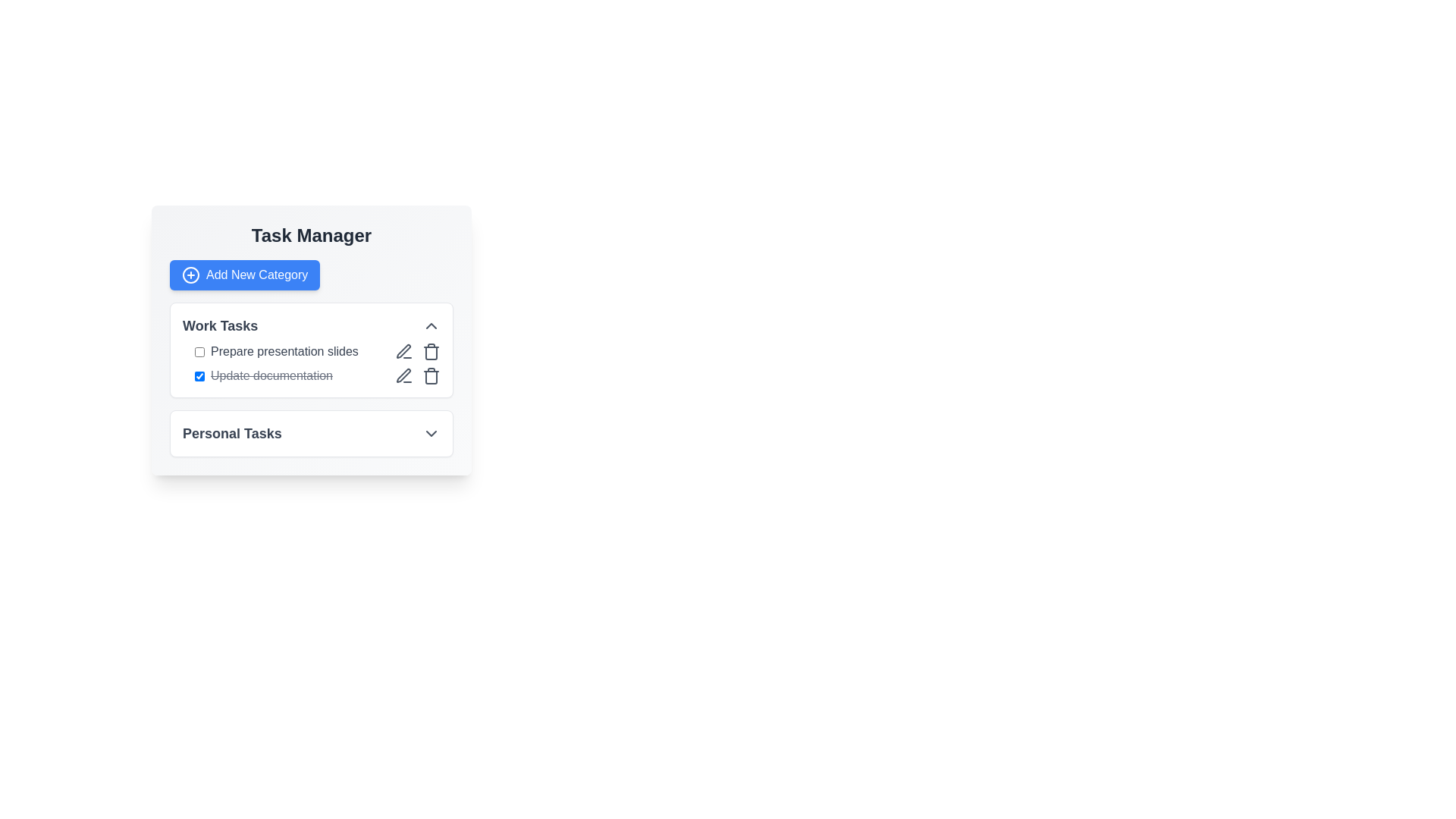  I want to click on the static text label displaying 'Personal Tasks', which is a bold, dark gray text located at the bottom of the main card interface, to the left of an empty spacer and an icon element, so click(231, 433).